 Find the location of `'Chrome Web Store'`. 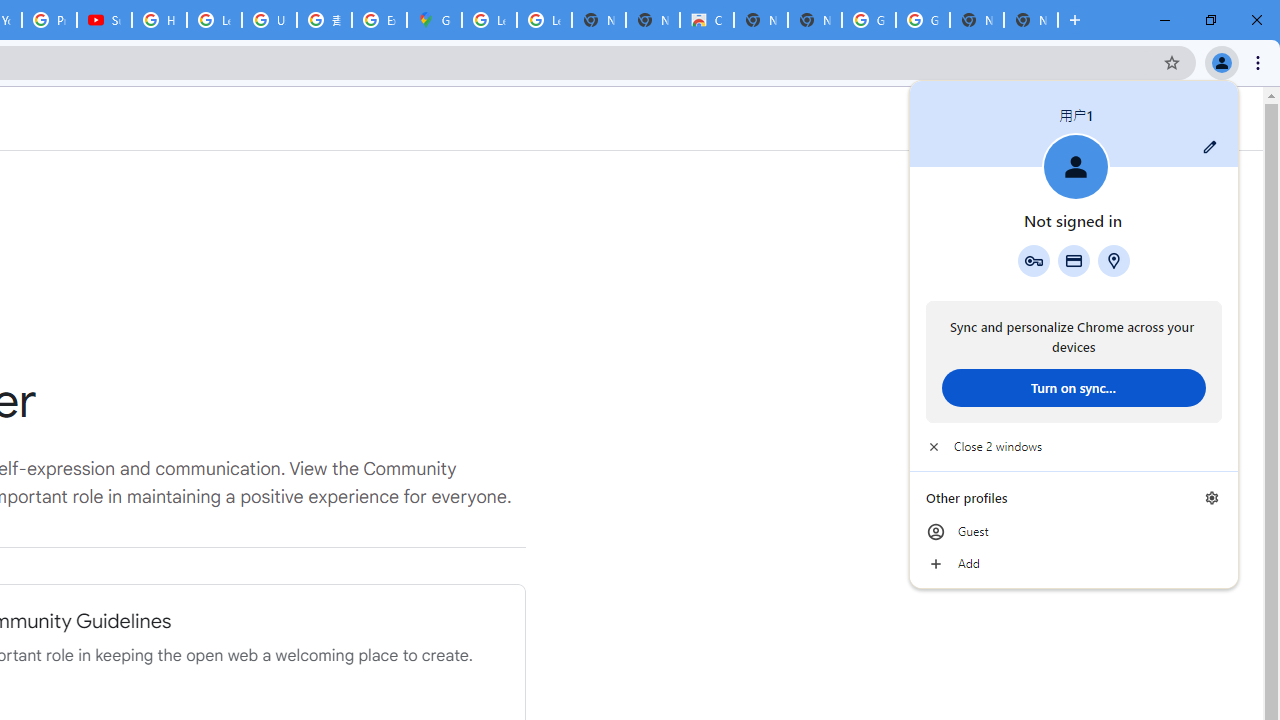

'Chrome Web Store' is located at coordinates (706, 20).